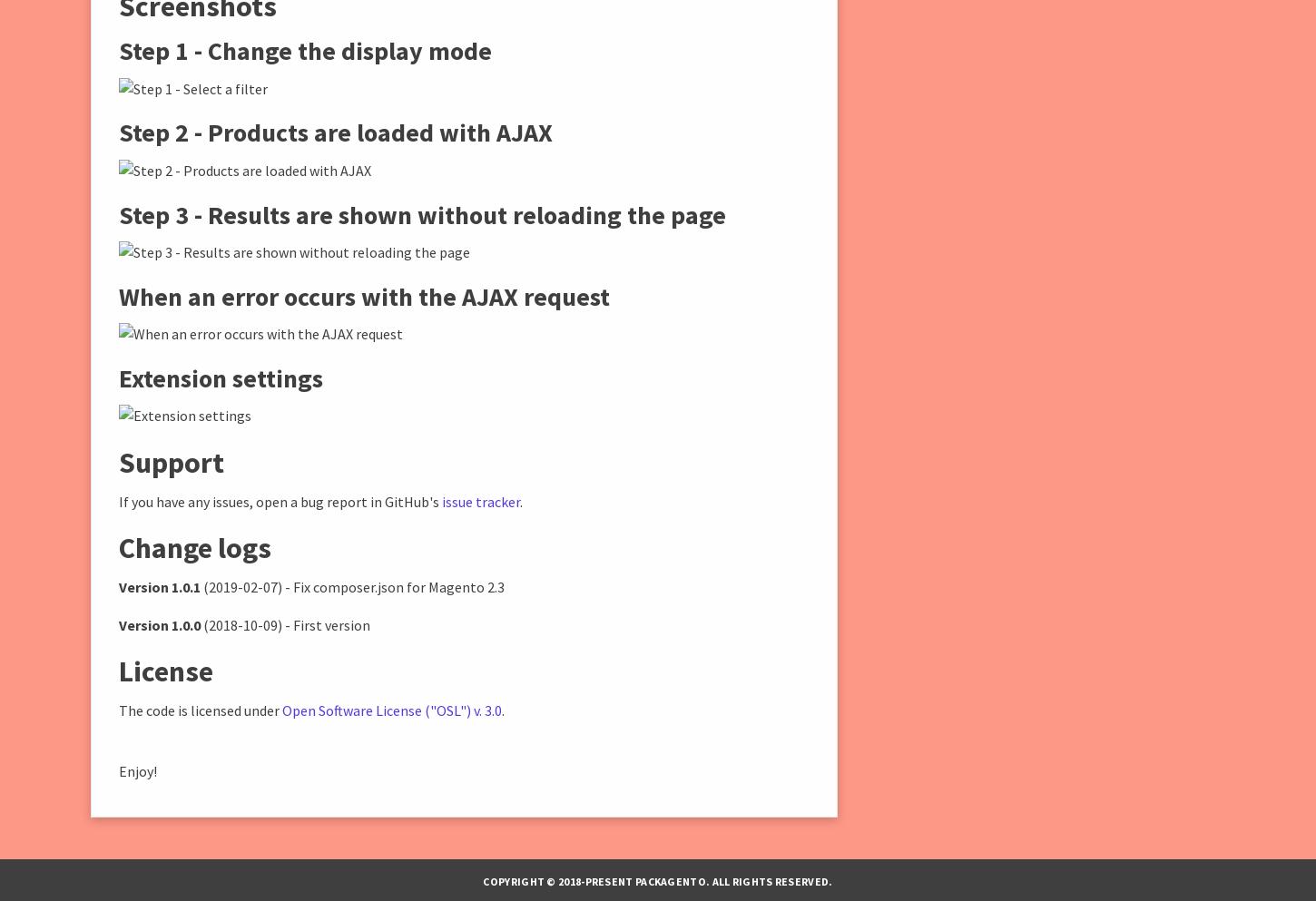 The width and height of the screenshot is (1316, 901). I want to click on 'Support', so click(170, 462).